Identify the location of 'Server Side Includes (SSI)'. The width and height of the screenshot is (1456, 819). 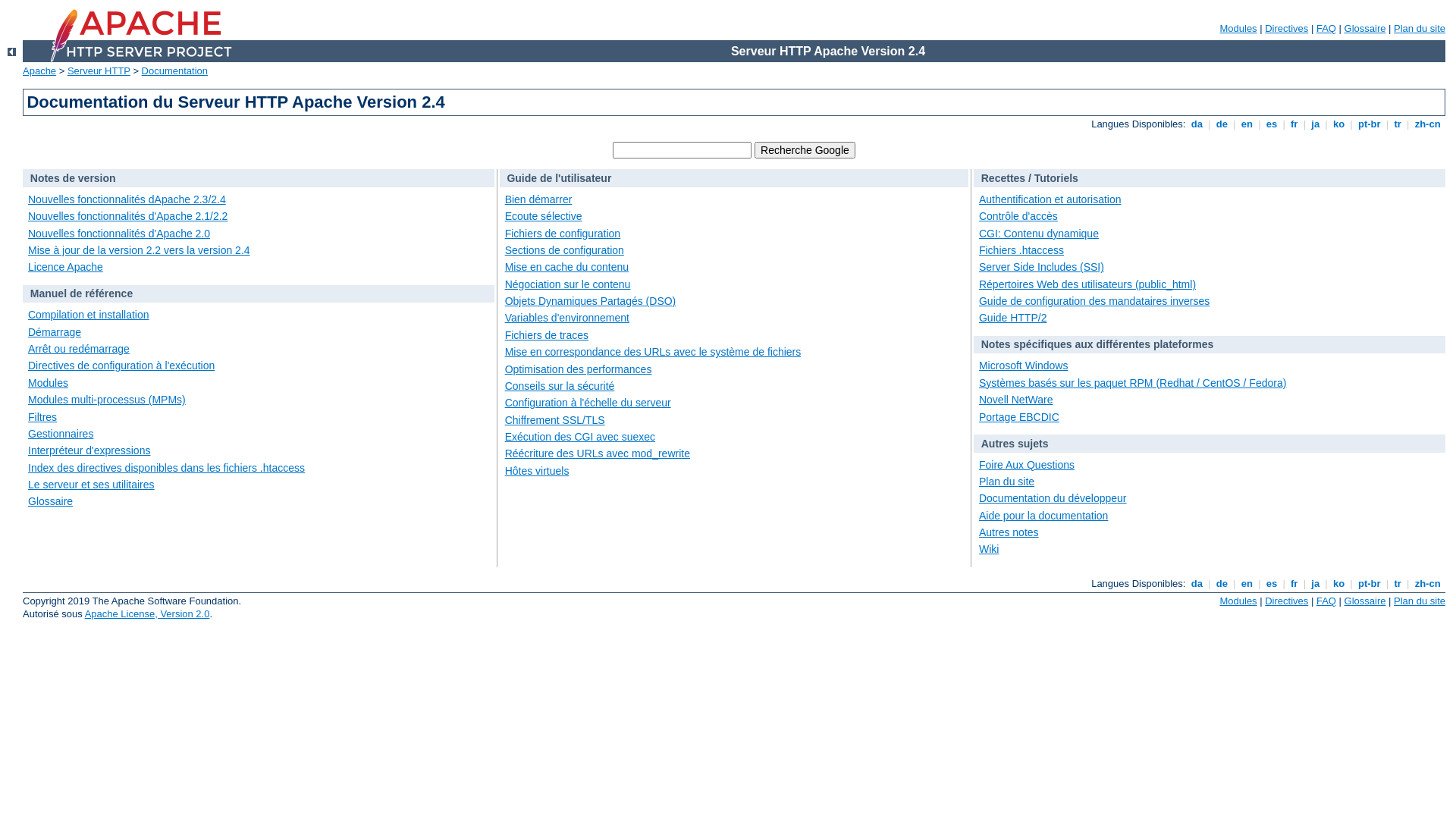
(1040, 265).